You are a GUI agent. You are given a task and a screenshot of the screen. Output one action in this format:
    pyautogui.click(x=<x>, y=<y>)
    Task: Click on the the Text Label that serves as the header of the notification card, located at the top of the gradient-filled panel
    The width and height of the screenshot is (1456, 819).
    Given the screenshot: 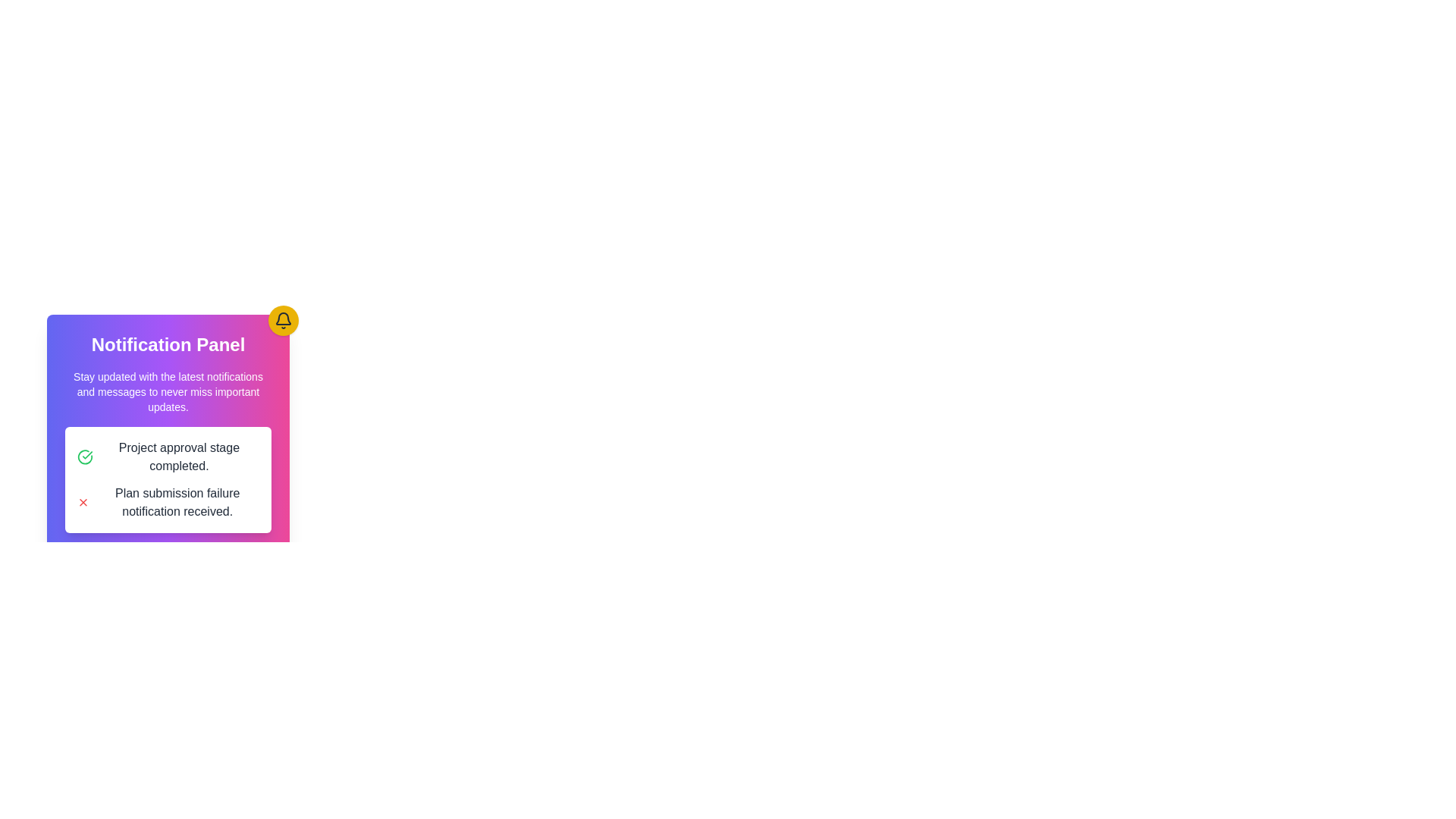 What is the action you would take?
    pyautogui.click(x=168, y=345)
    